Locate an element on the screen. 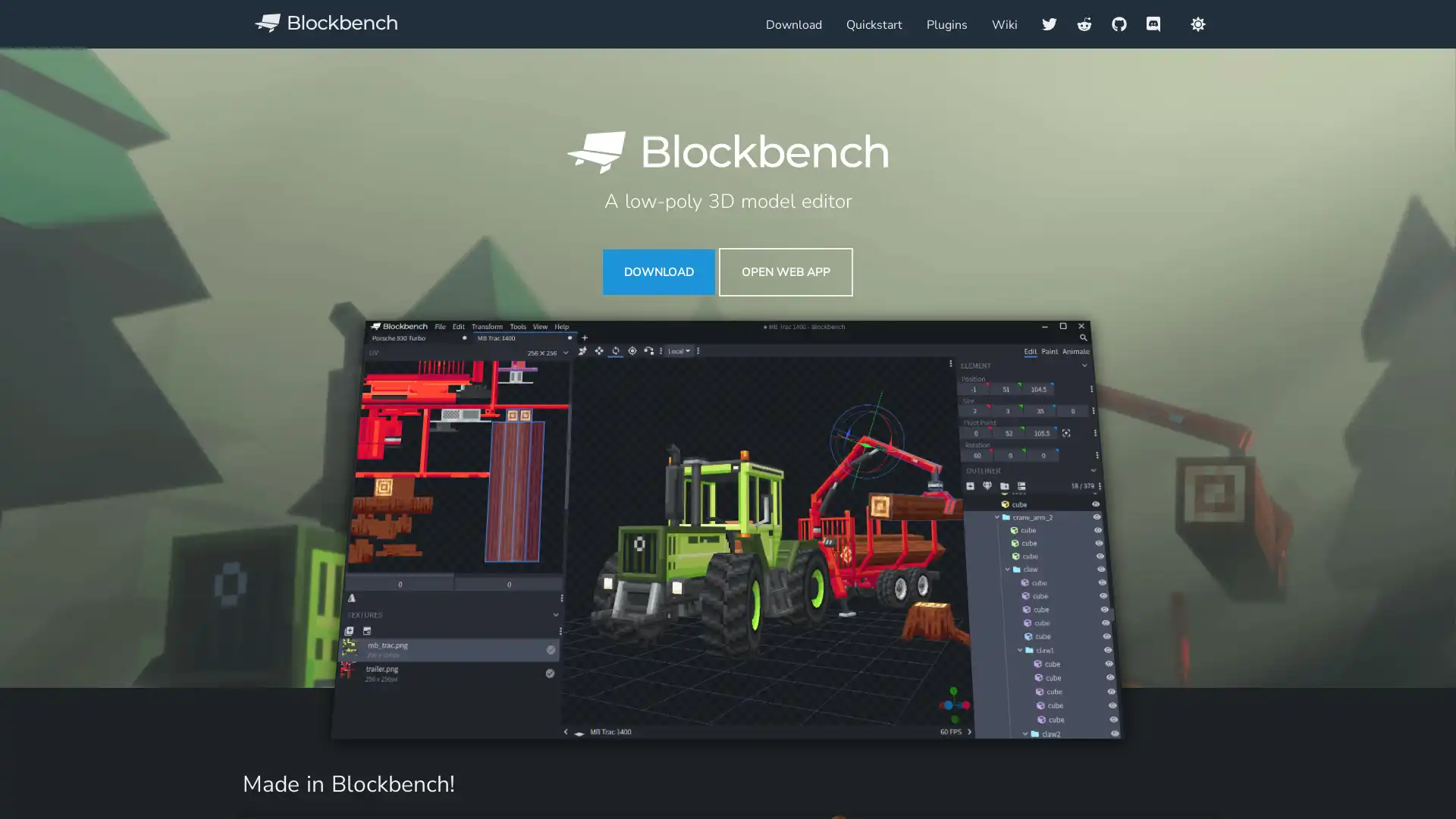 The height and width of the screenshot is (819, 1456). OPEN WEB APP is located at coordinates (786, 271).